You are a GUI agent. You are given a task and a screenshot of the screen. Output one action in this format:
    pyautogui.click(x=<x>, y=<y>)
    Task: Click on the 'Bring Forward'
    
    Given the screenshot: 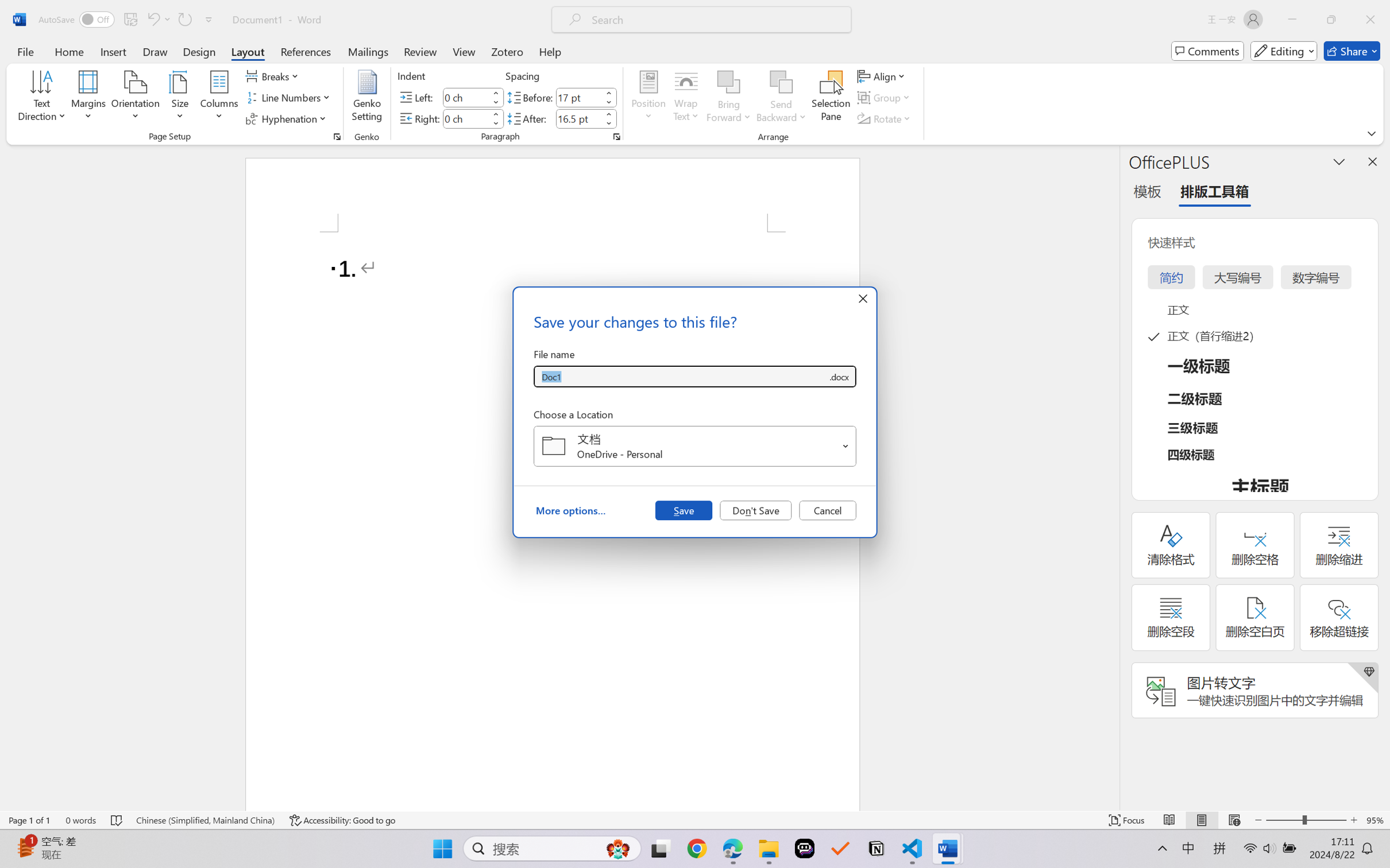 What is the action you would take?
    pyautogui.click(x=729, y=98)
    